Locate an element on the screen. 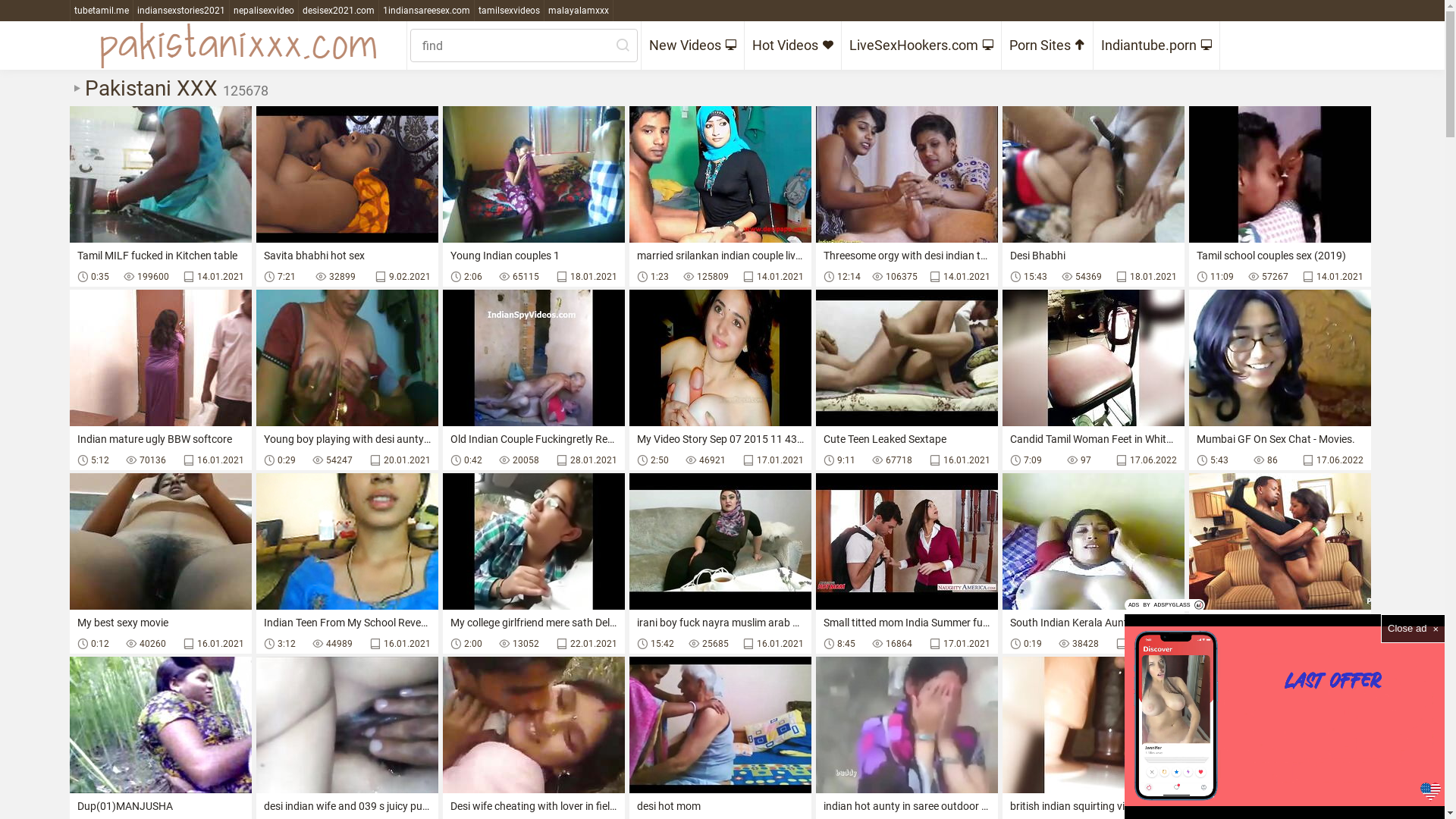  'LiveSexHookers.com' is located at coordinates (840, 45).